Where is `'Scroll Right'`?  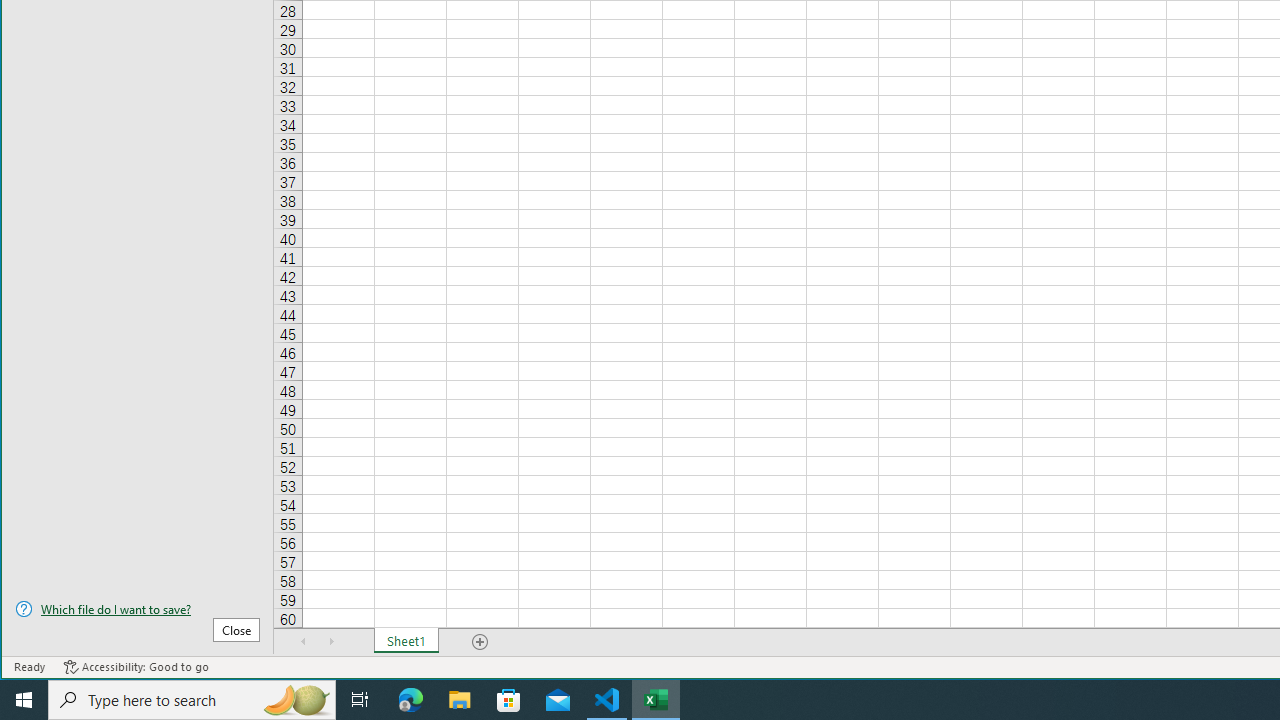
'Scroll Right' is located at coordinates (331, 641).